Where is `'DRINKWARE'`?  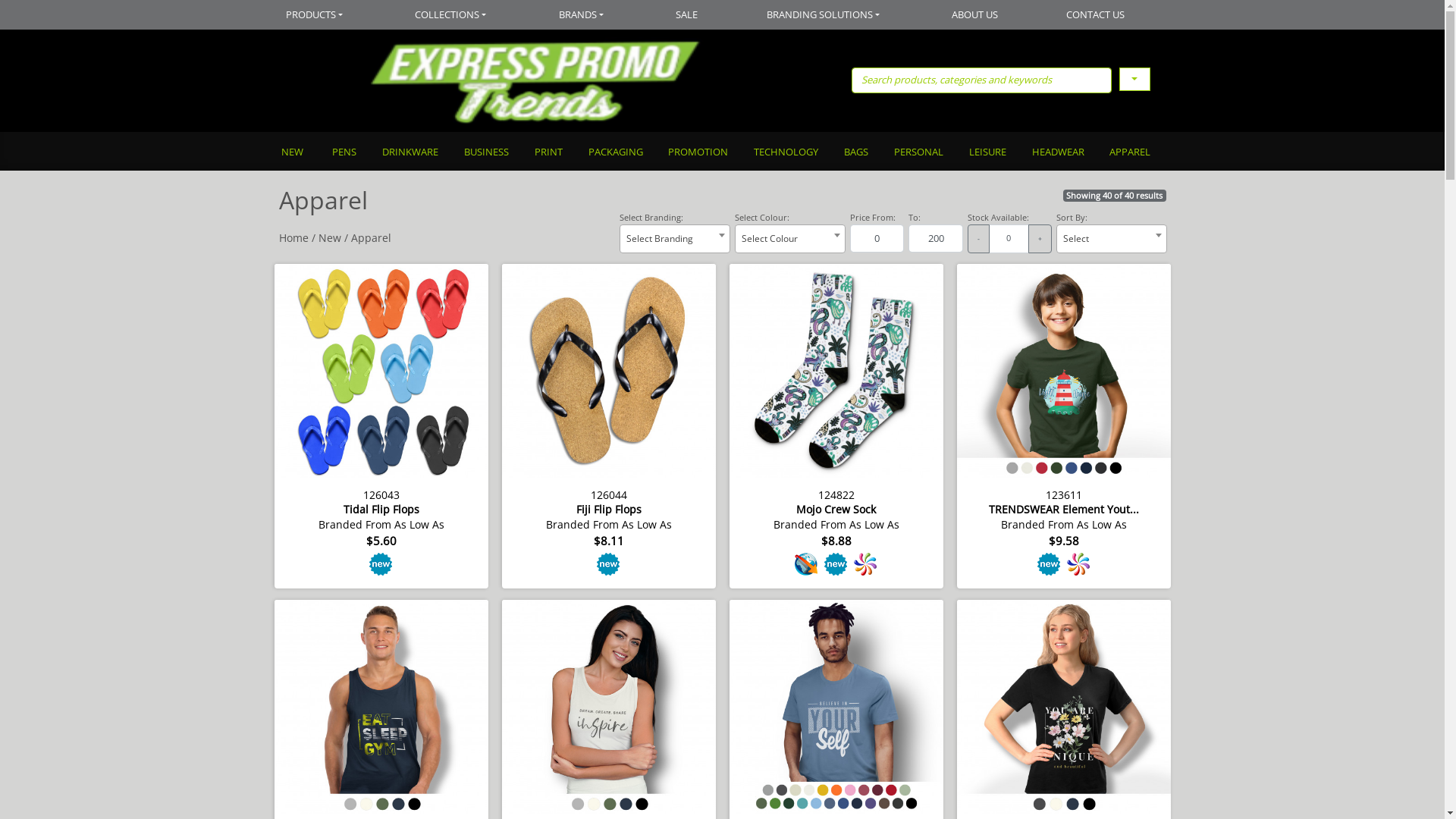 'DRINKWARE' is located at coordinates (409, 152).